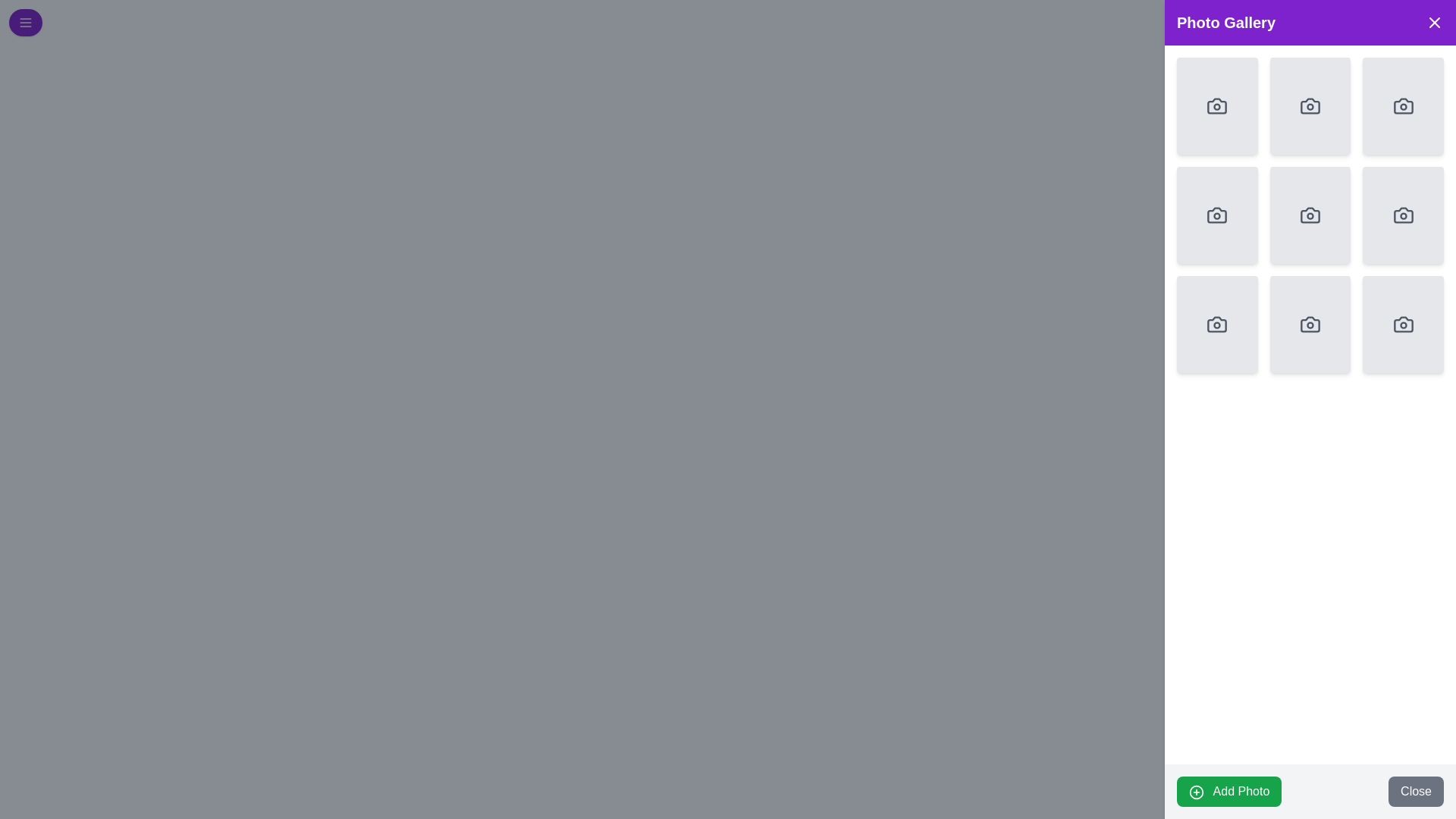 The height and width of the screenshot is (819, 1456). I want to click on the square media placeholder in the lower left corner of the 3x3 grid within the 'Photo Gallery' section to interact with it, so click(1217, 324).